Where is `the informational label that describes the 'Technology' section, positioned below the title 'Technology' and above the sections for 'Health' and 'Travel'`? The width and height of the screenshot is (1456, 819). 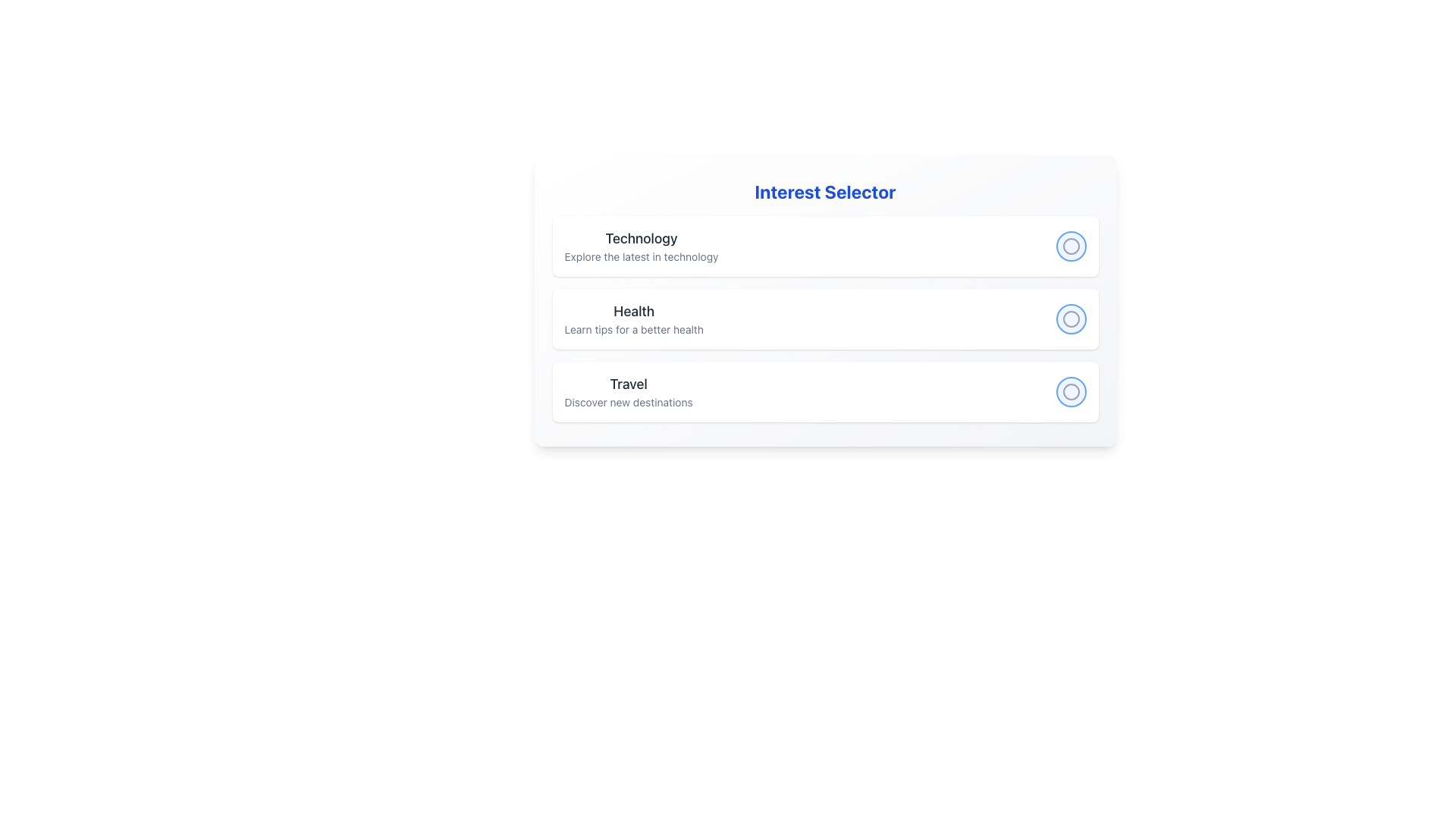 the informational label that describes the 'Technology' section, positioned below the title 'Technology' and above the sections for 'Health' and 'Travel' is located at coordinates (642, 256).